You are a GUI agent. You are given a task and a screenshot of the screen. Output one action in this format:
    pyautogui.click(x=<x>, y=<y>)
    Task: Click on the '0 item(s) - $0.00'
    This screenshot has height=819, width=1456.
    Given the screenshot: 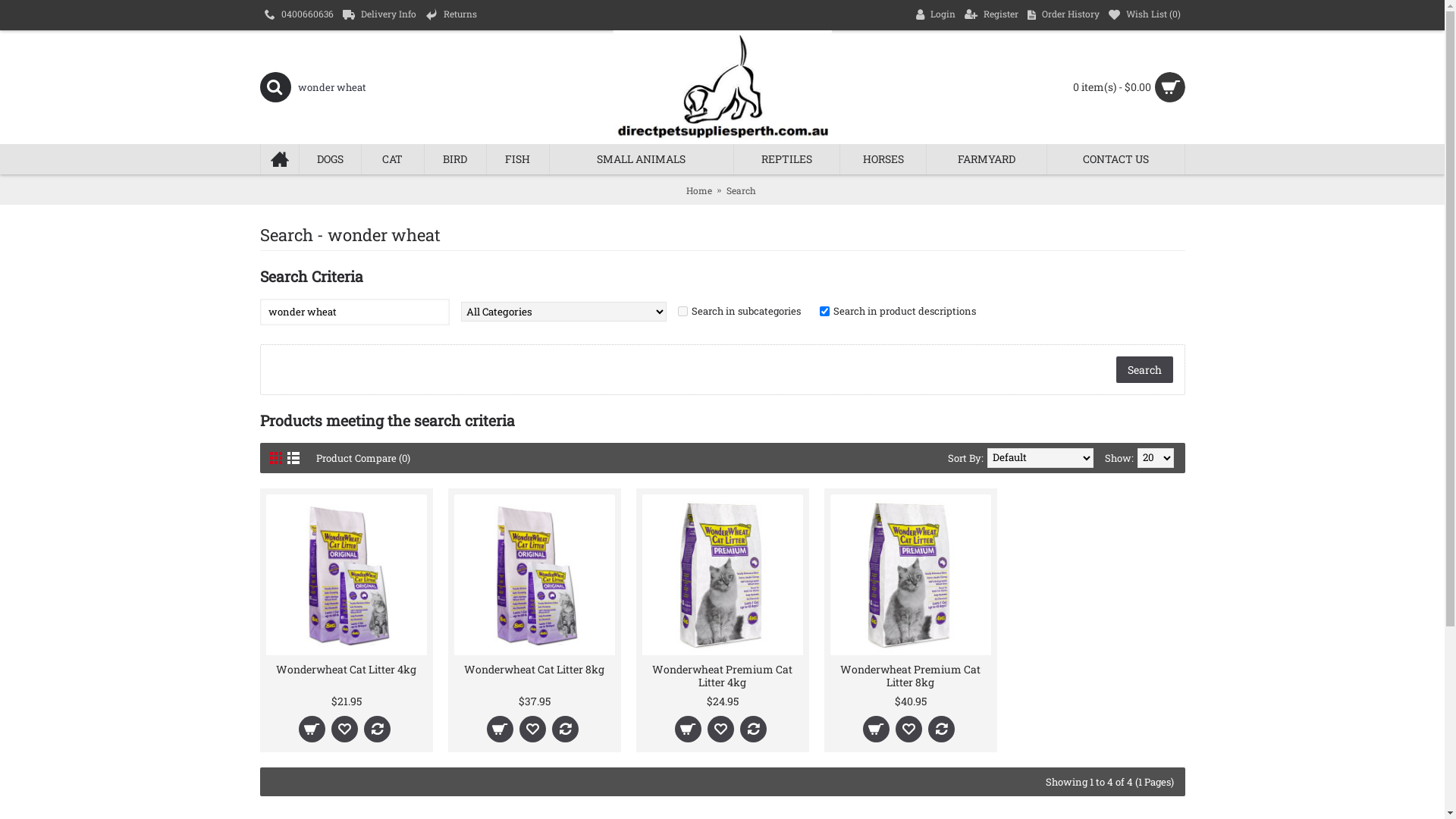 What is the action you would take?
    pyautogui.click(x=1068, y=87)
    